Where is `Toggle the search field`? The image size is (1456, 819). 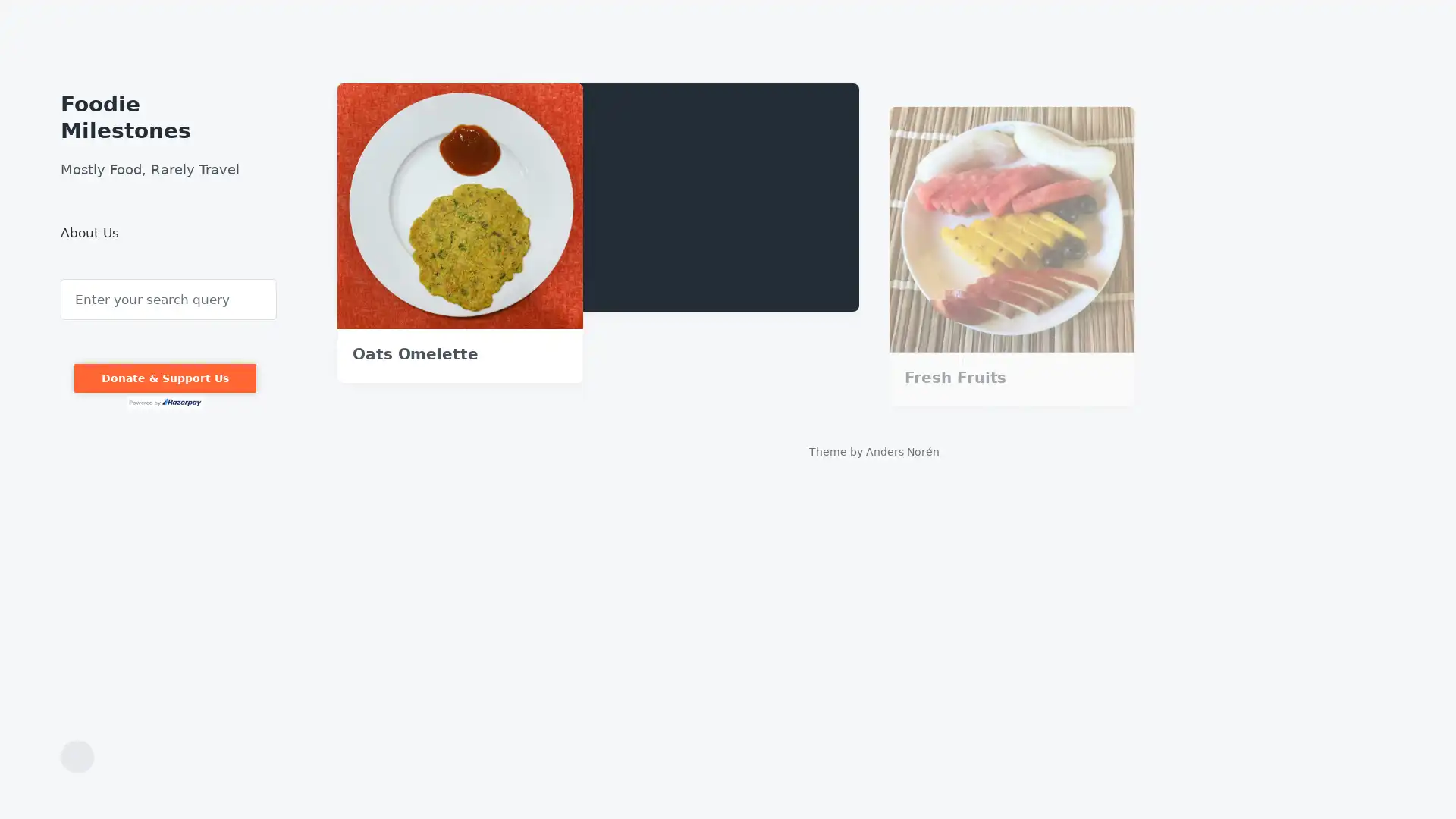
Toggle the search field is located at coordinates (76, 757).